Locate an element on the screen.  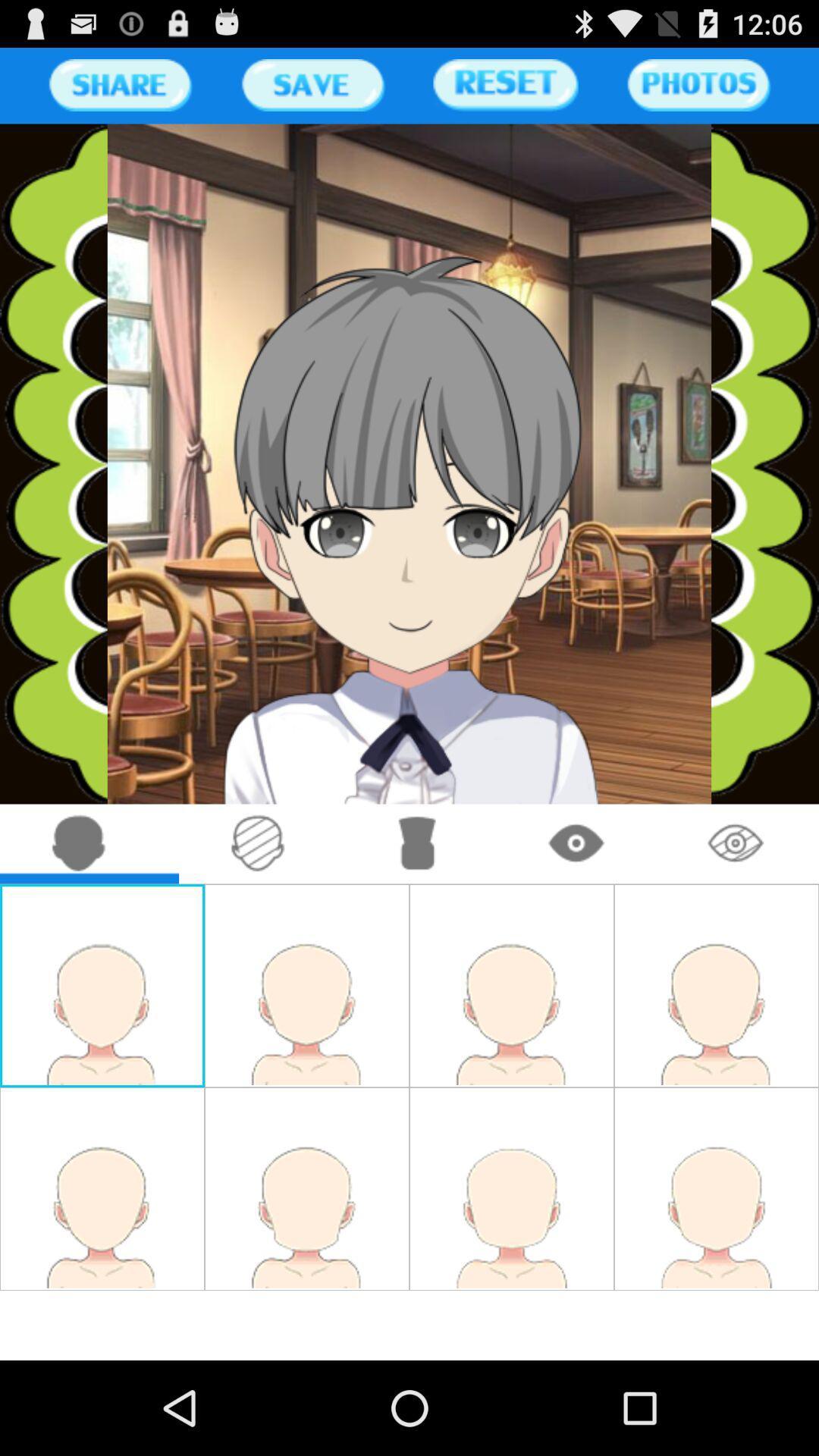
share your charachter is located at coordinates (119, 84).